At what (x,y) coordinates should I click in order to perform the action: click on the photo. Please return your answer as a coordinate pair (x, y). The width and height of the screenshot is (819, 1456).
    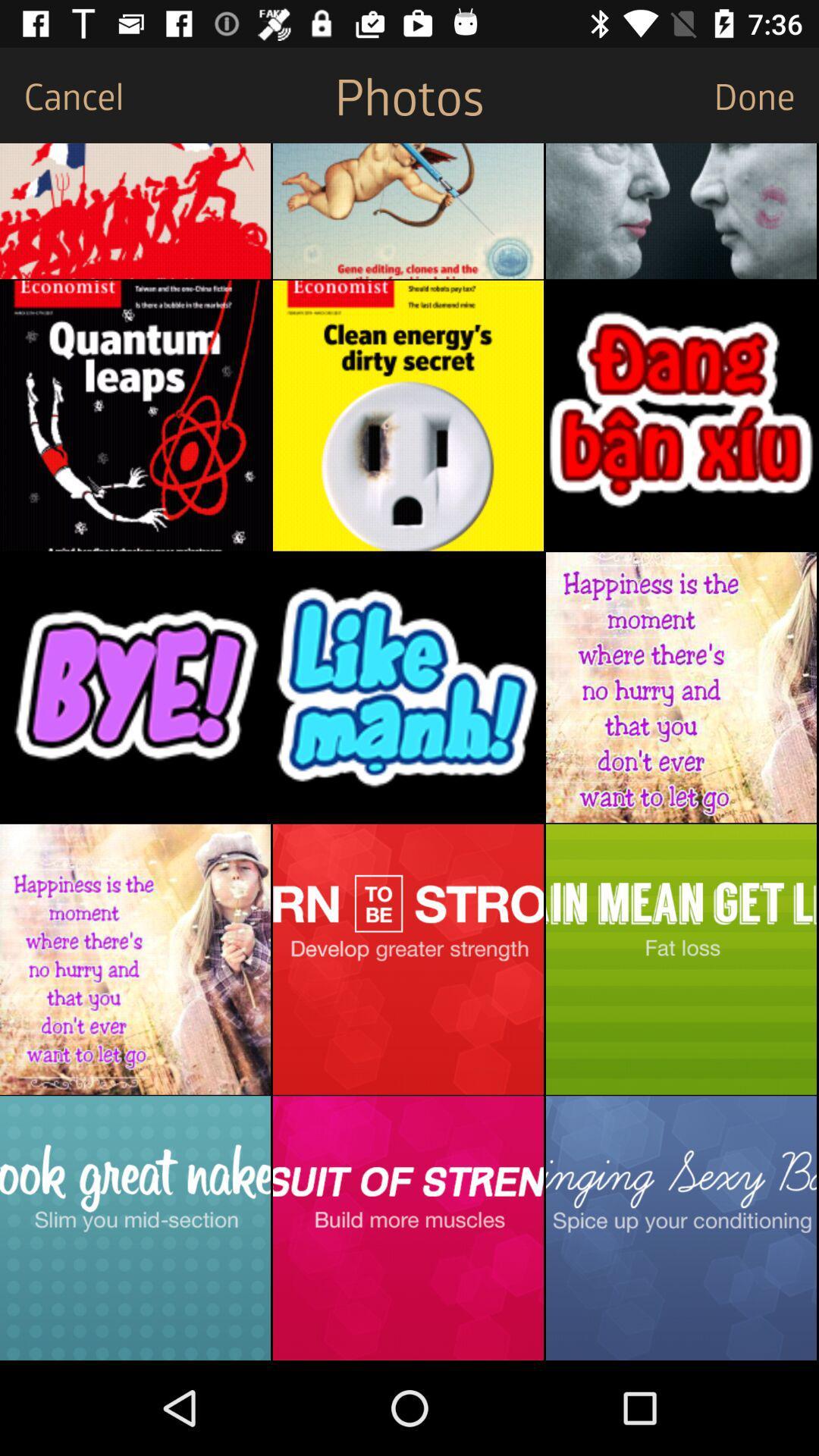
    Looking at the image, I should click on (407, 959).